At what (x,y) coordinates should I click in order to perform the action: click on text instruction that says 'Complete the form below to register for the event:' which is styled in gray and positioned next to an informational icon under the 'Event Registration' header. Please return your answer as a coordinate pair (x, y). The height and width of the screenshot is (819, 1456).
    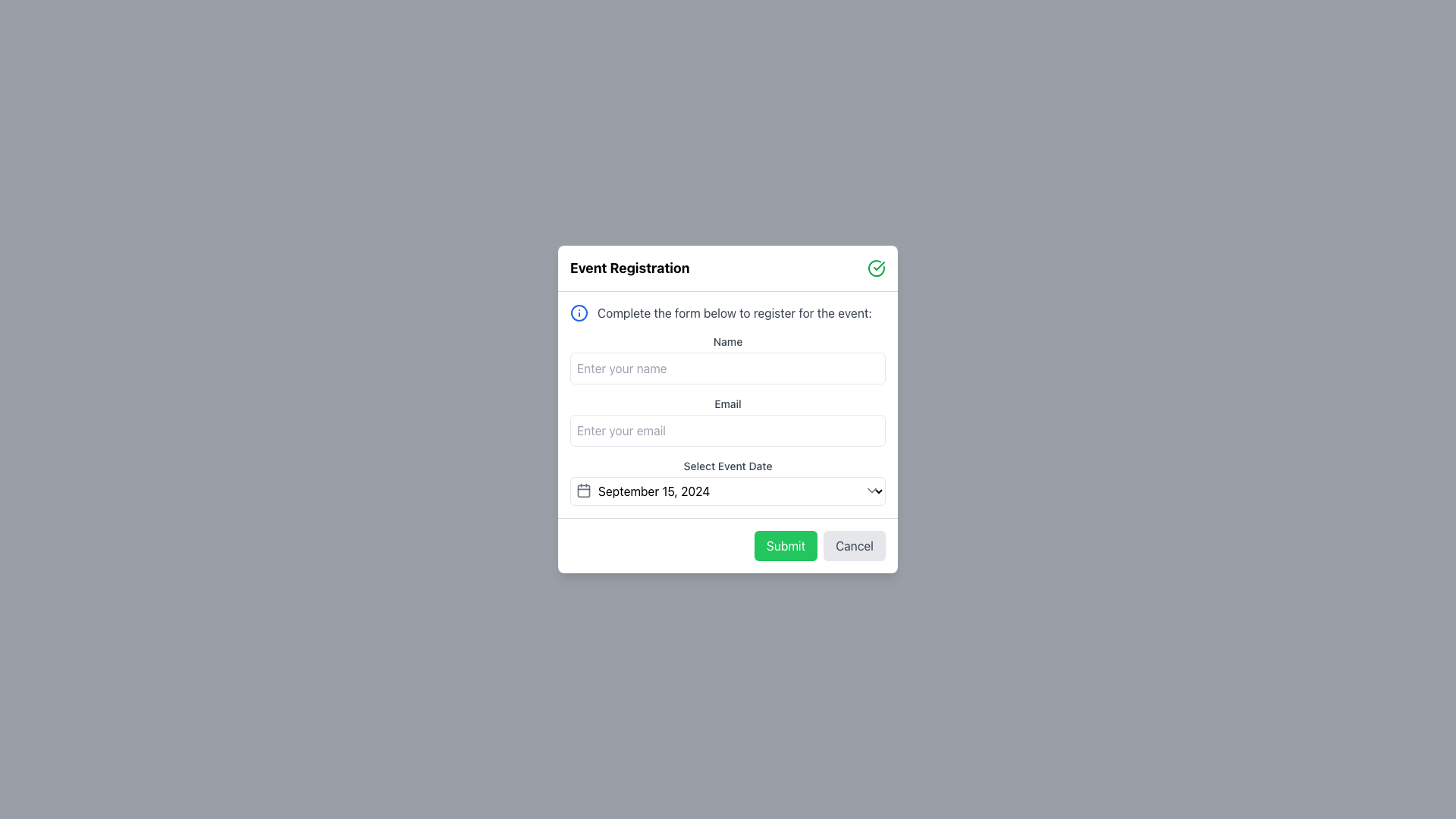
    Looking at the image, I should click on (734, 312).